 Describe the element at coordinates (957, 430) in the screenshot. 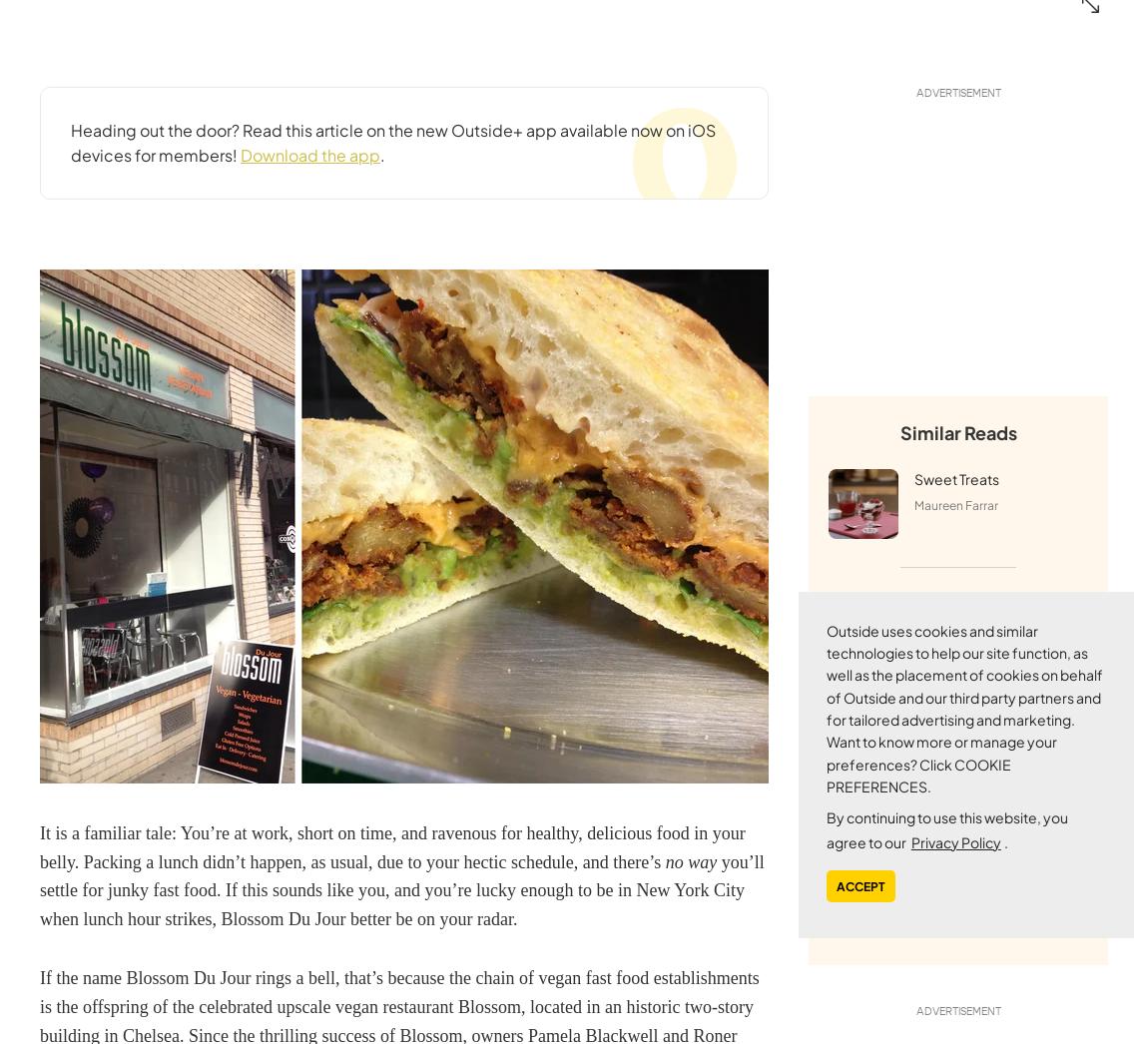

I see `'Similar Reads'` at that location.